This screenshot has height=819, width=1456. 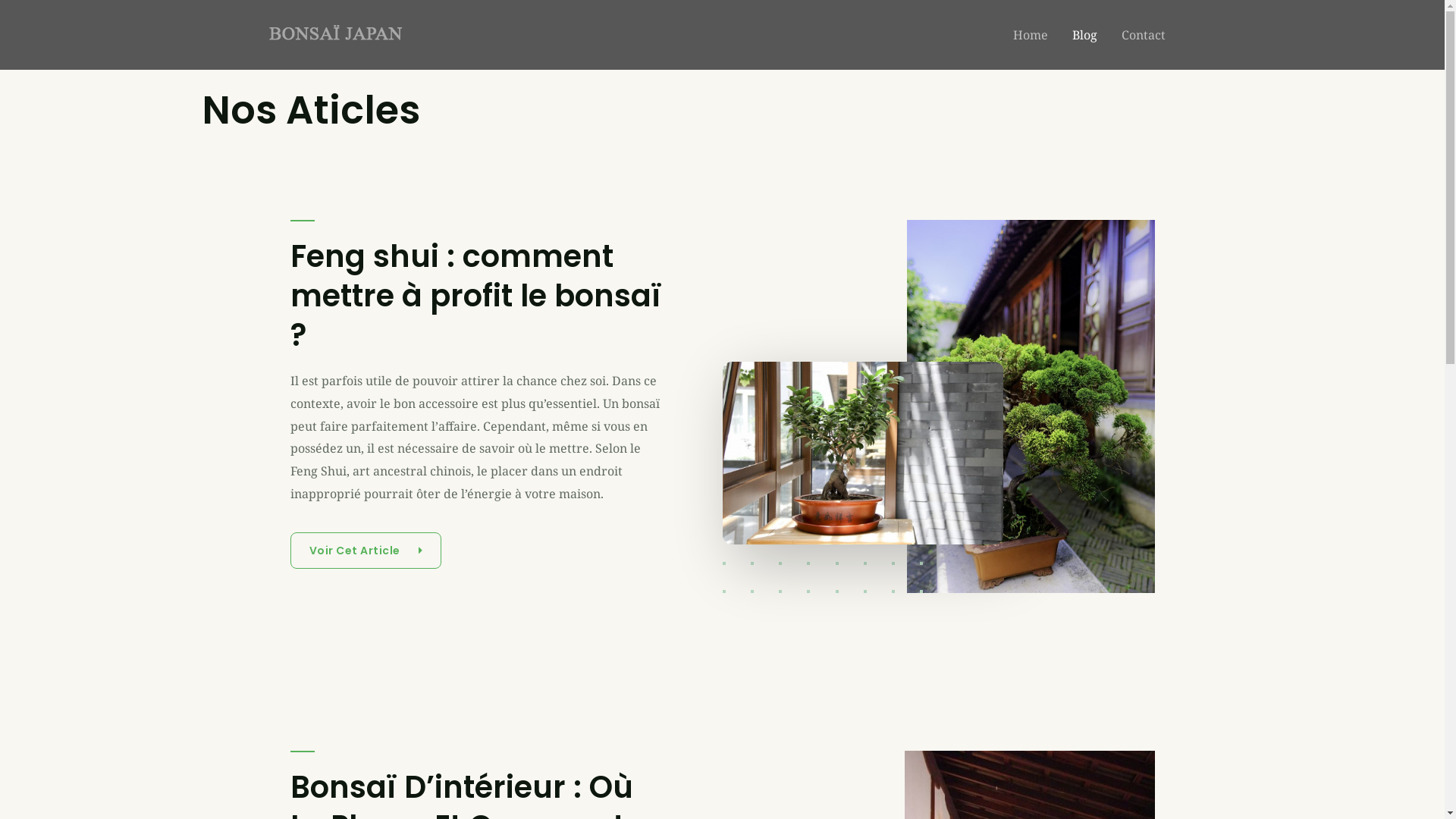 I want to click on 'Blog', so click(x=1084, y=34).